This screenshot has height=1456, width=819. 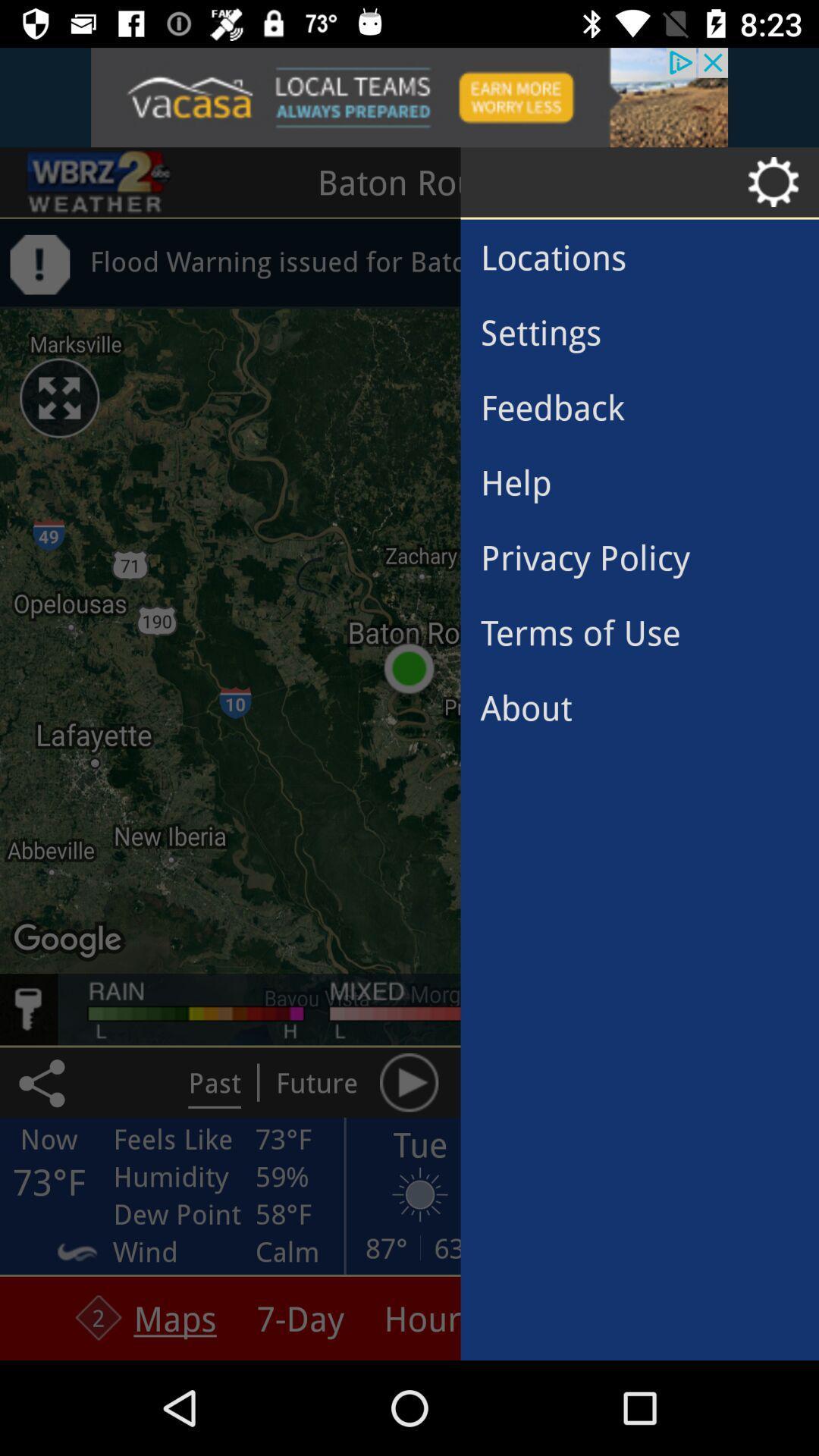 What do you see at coordinates (99, 182) in the screenshot?
I see `the date_range icon` at bounding box center [99, 182].